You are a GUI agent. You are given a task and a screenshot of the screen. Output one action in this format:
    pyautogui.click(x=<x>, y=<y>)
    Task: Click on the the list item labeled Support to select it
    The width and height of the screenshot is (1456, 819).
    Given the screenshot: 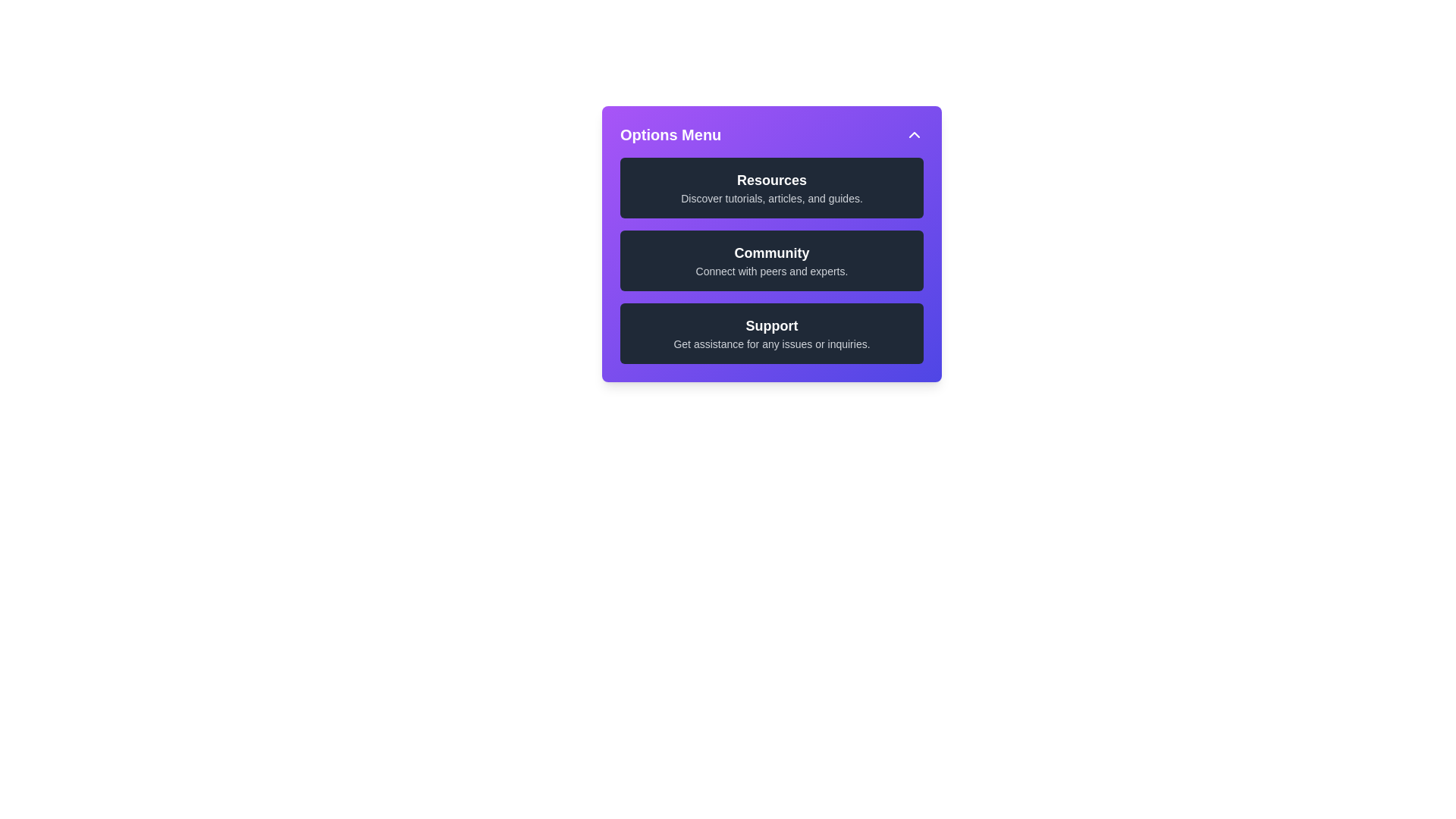 What is the action you would take?
    pyautogui.click(x=771, y=332)
    